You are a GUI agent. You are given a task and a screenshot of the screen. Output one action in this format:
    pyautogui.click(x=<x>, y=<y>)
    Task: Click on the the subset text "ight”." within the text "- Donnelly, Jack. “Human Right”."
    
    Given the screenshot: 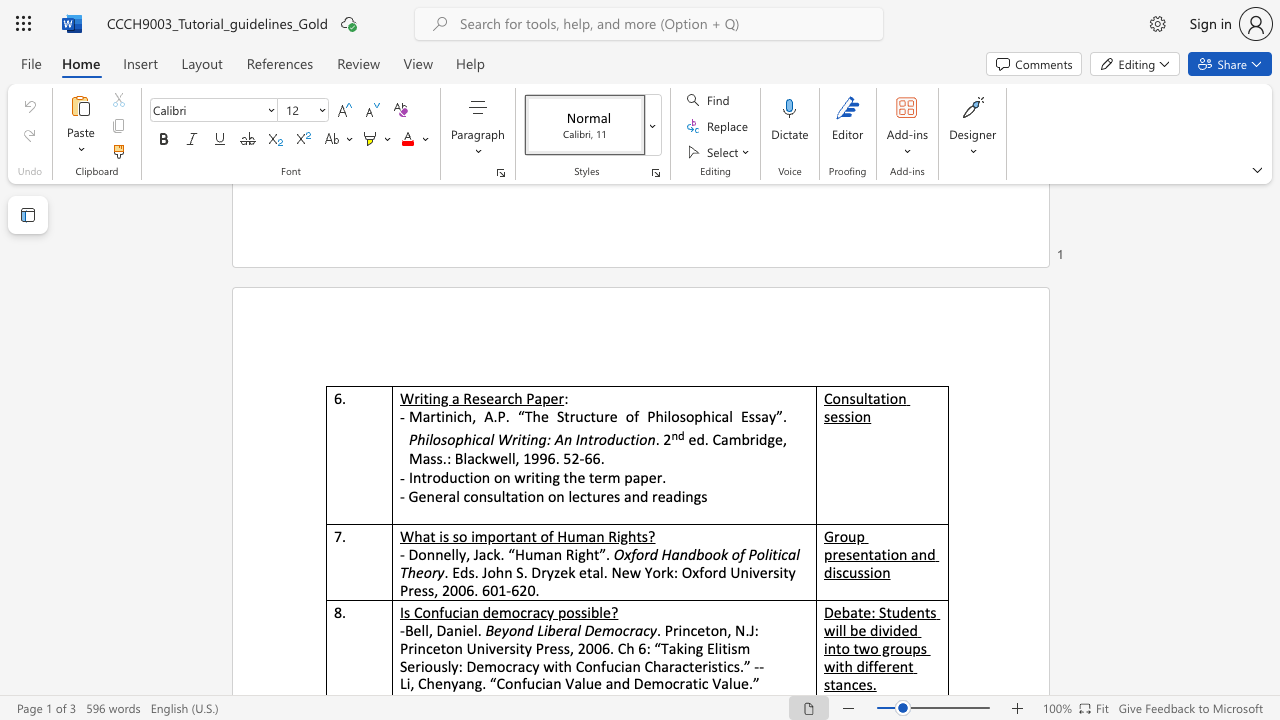 What is the action you would take?
    pyautogui.click(x=573, y=554)
    